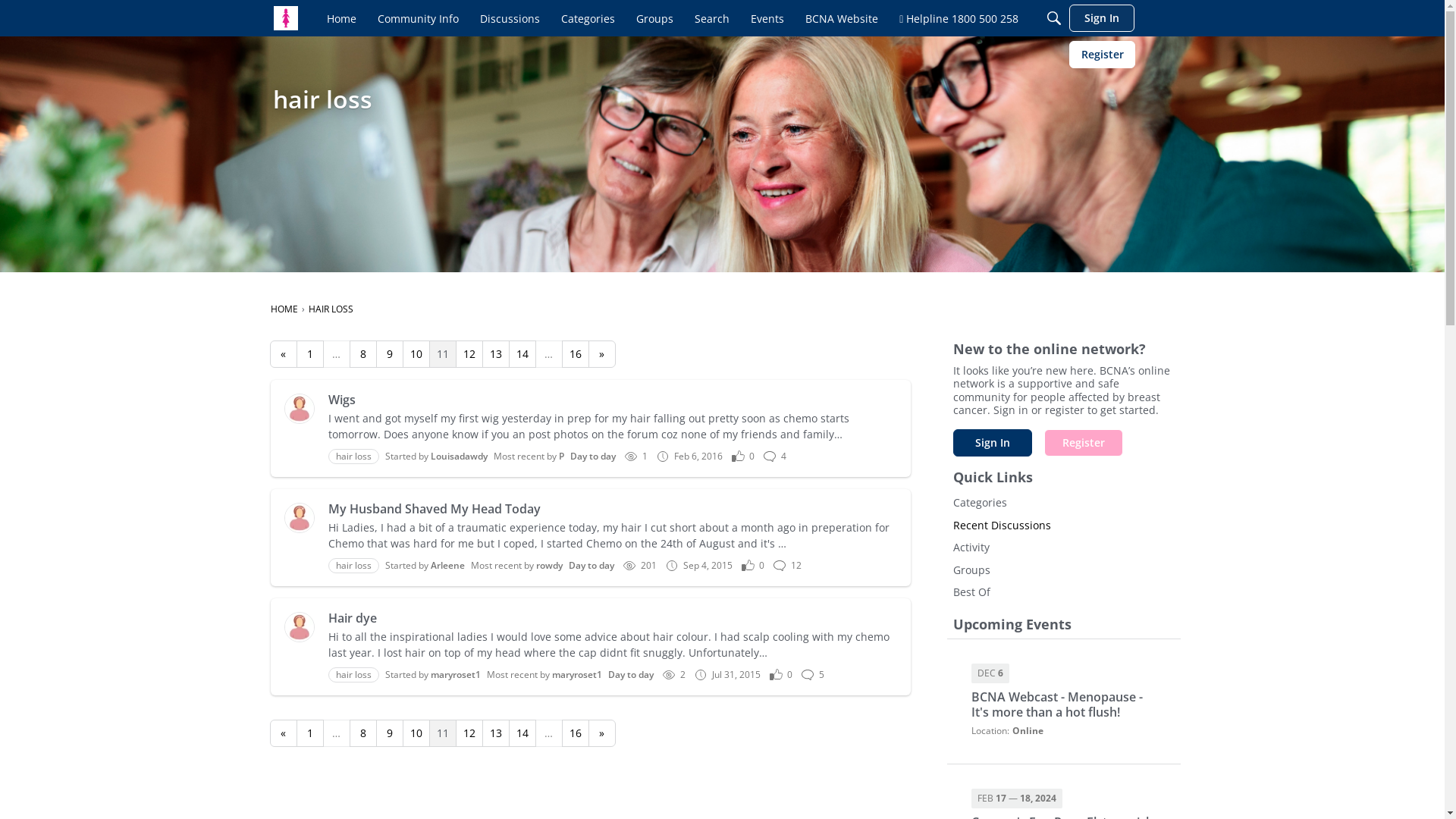 This screenshot has width=1456, height=819. I want to click on 'P', so click(560, 455).